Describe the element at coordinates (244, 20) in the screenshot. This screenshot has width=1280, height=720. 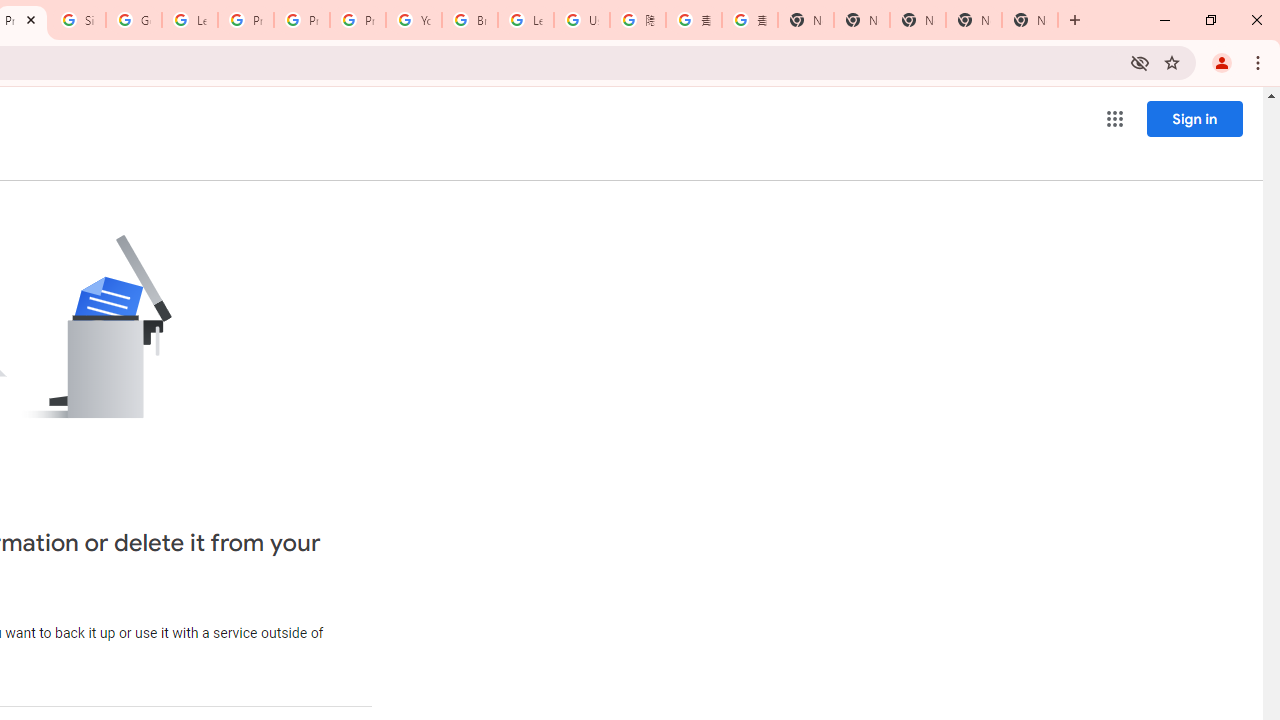
I see `'Privacy Help Center - Policies Help'` at that location.